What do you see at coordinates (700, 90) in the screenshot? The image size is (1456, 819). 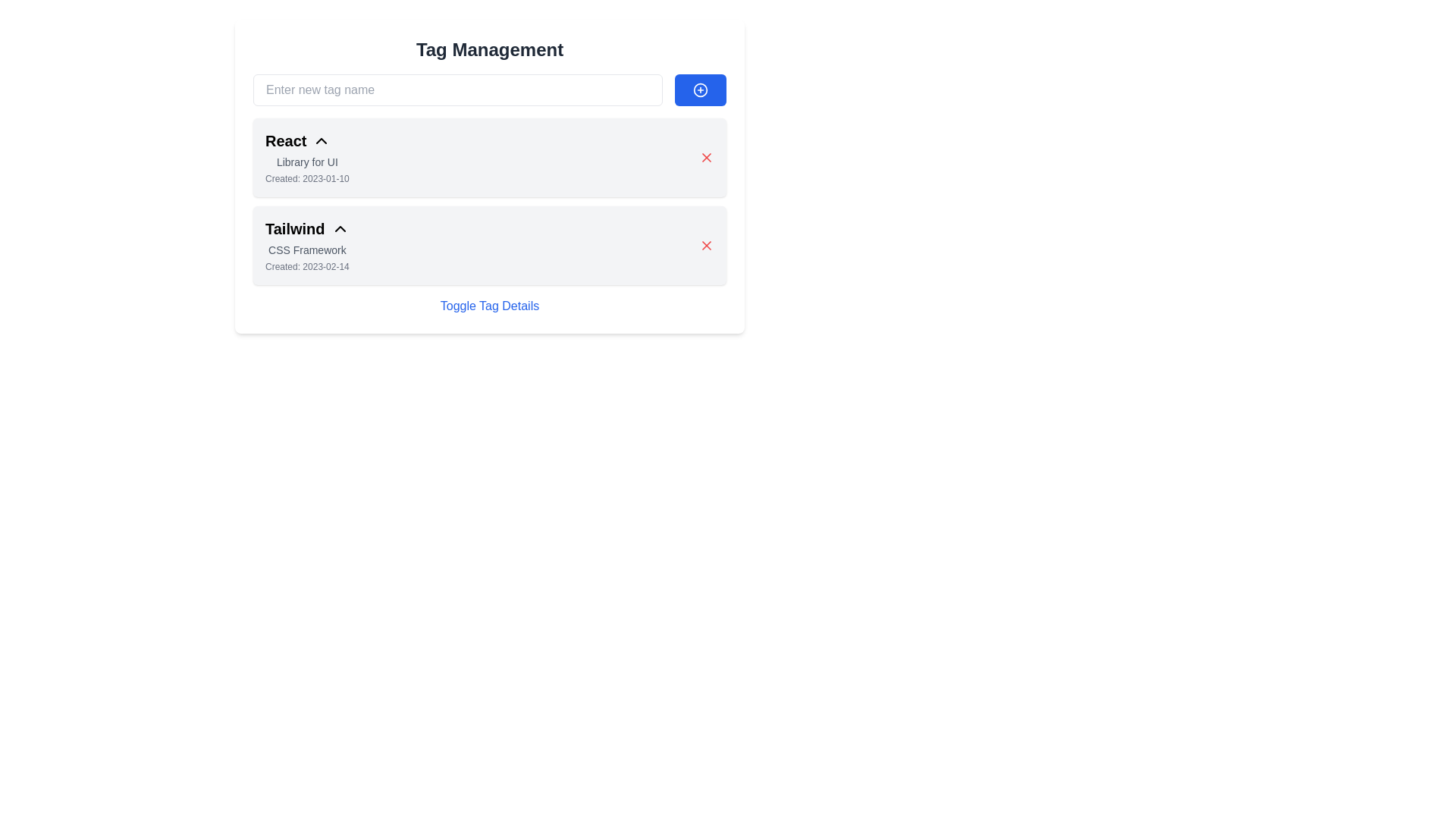 I see `the button located to the immediate right of the text input field labeled 'Enter new tag name' in the 'Tag Management' section to observe visual feedback` at bounding box center [700, 90].